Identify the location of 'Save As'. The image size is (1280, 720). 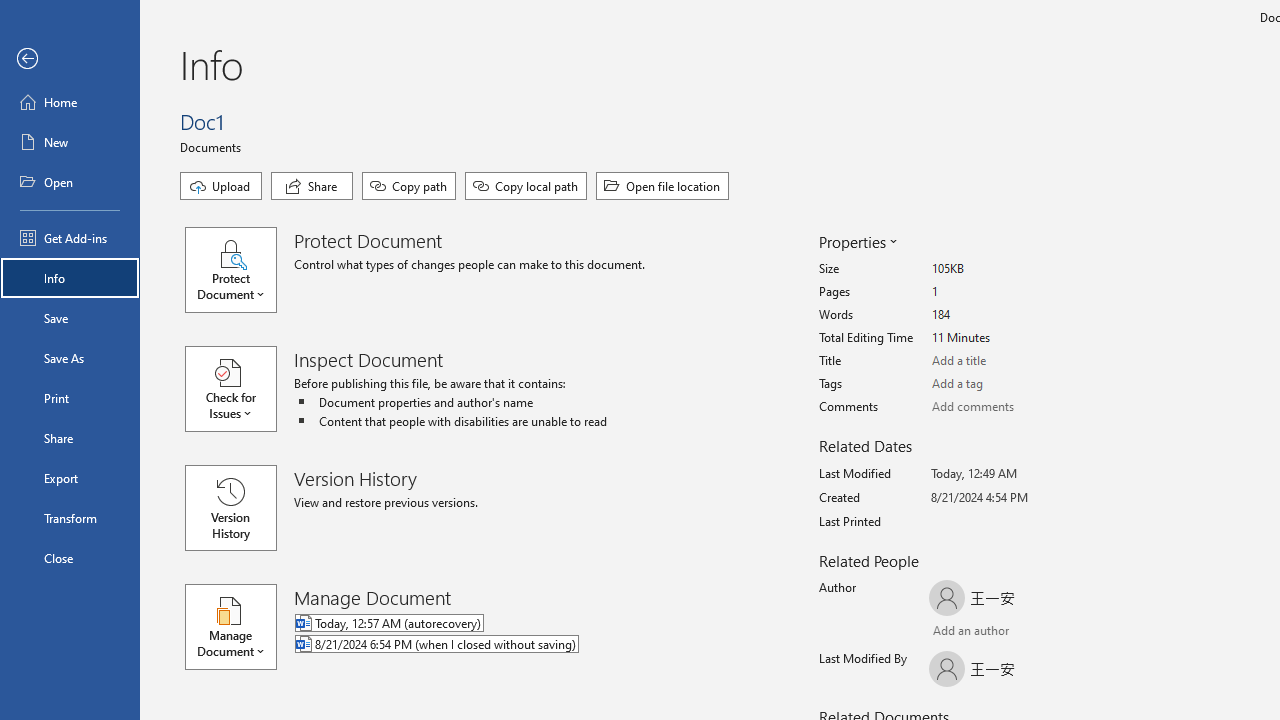
(69, 356).